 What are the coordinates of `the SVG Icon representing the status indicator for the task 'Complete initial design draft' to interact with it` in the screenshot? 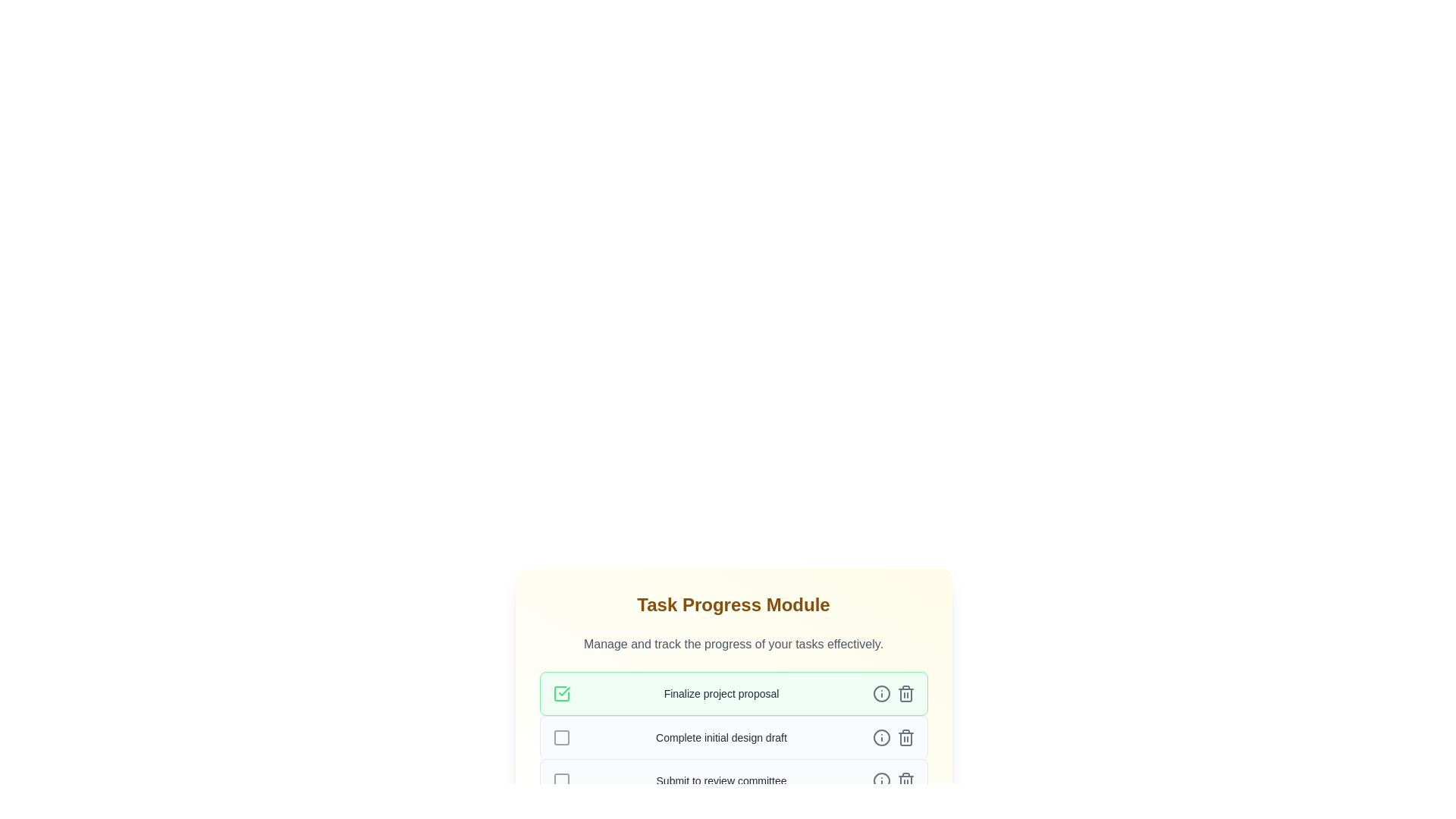 It's located at (560, 736).